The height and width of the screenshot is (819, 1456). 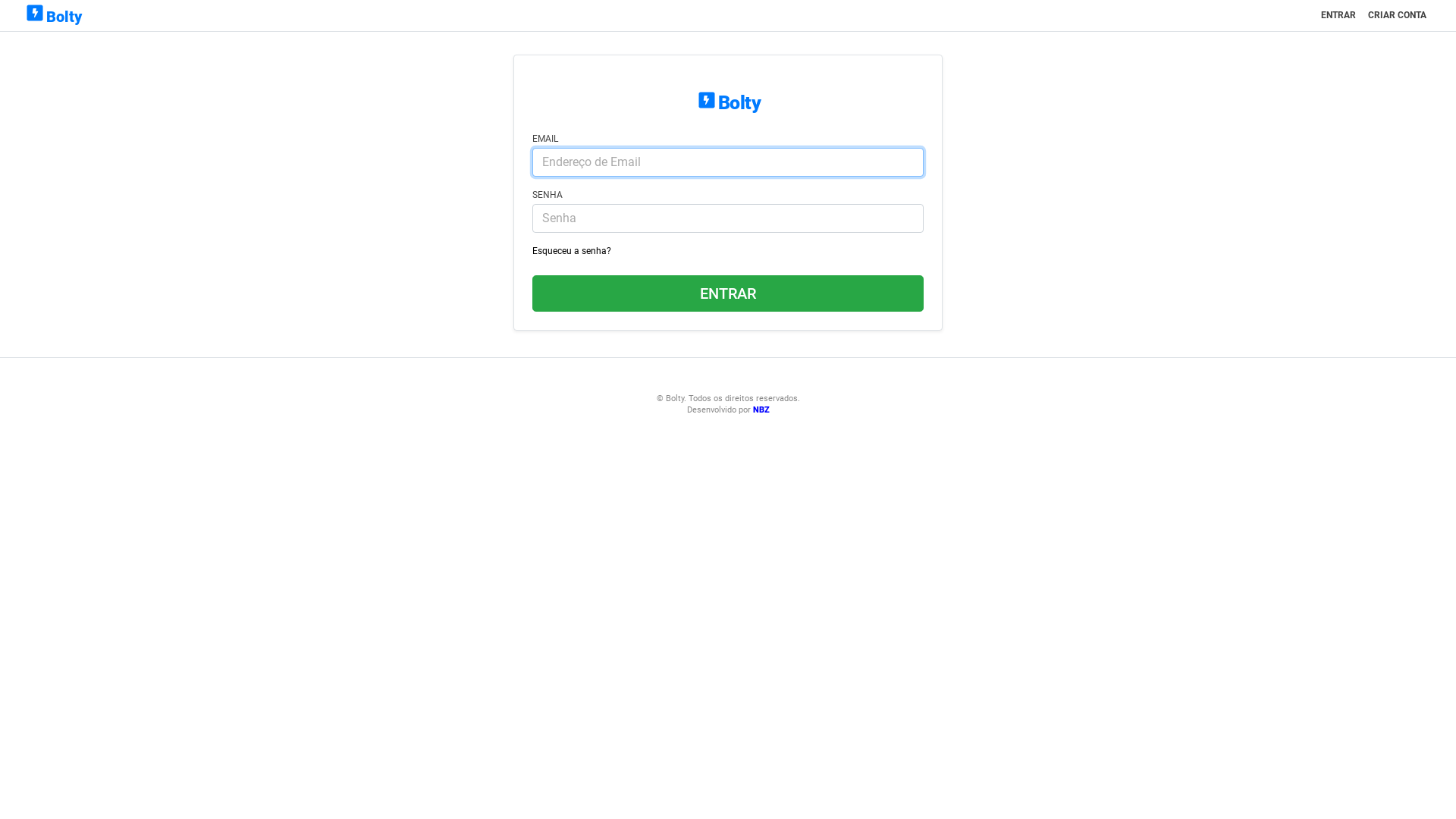 What do you see at coordinates (532, 293) in the screenshot?
I see `'ENTRAR'` at bounding box center [532, 293].